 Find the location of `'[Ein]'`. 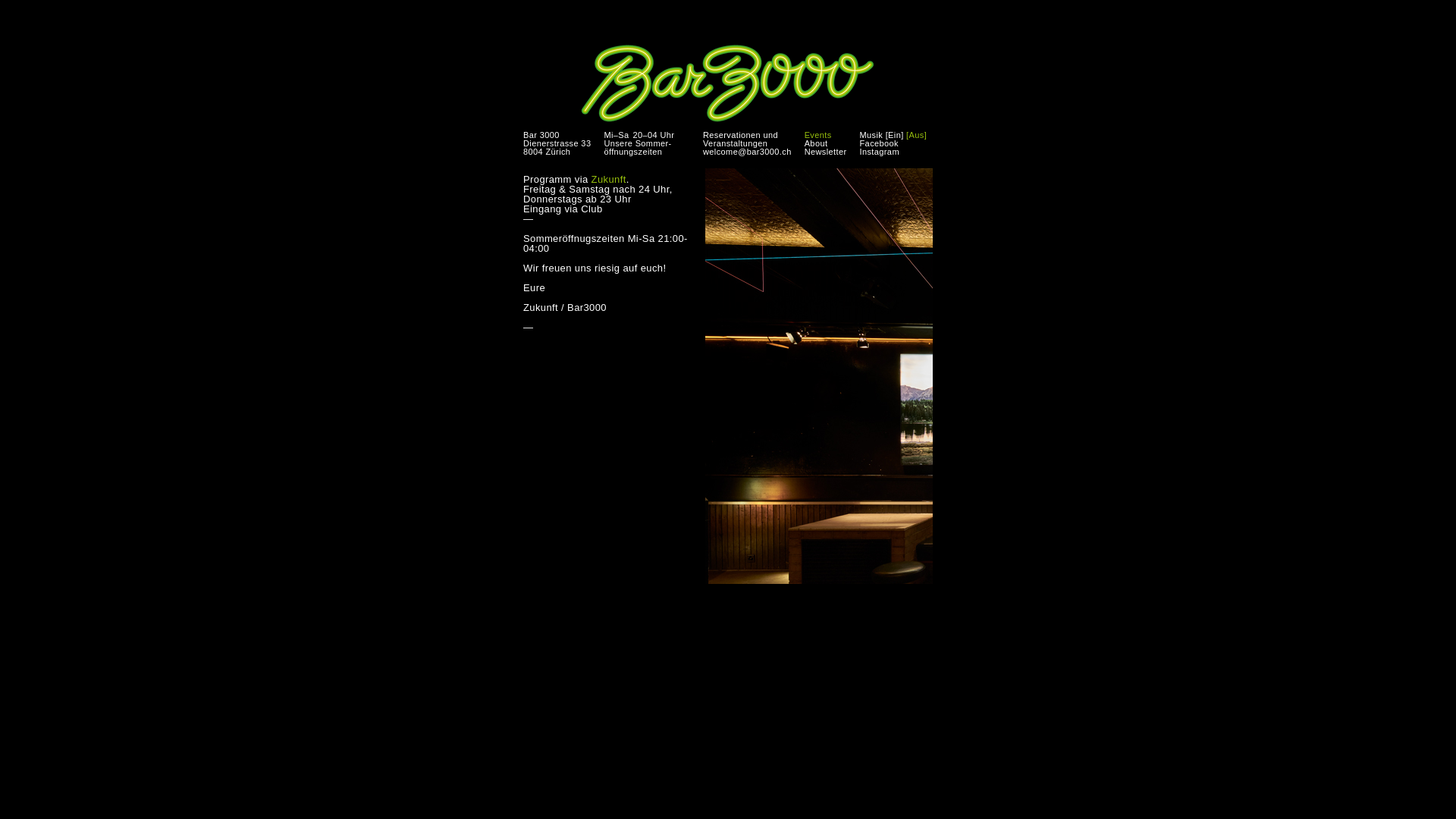

'[Ein]' is located at coordinates (885, 133).